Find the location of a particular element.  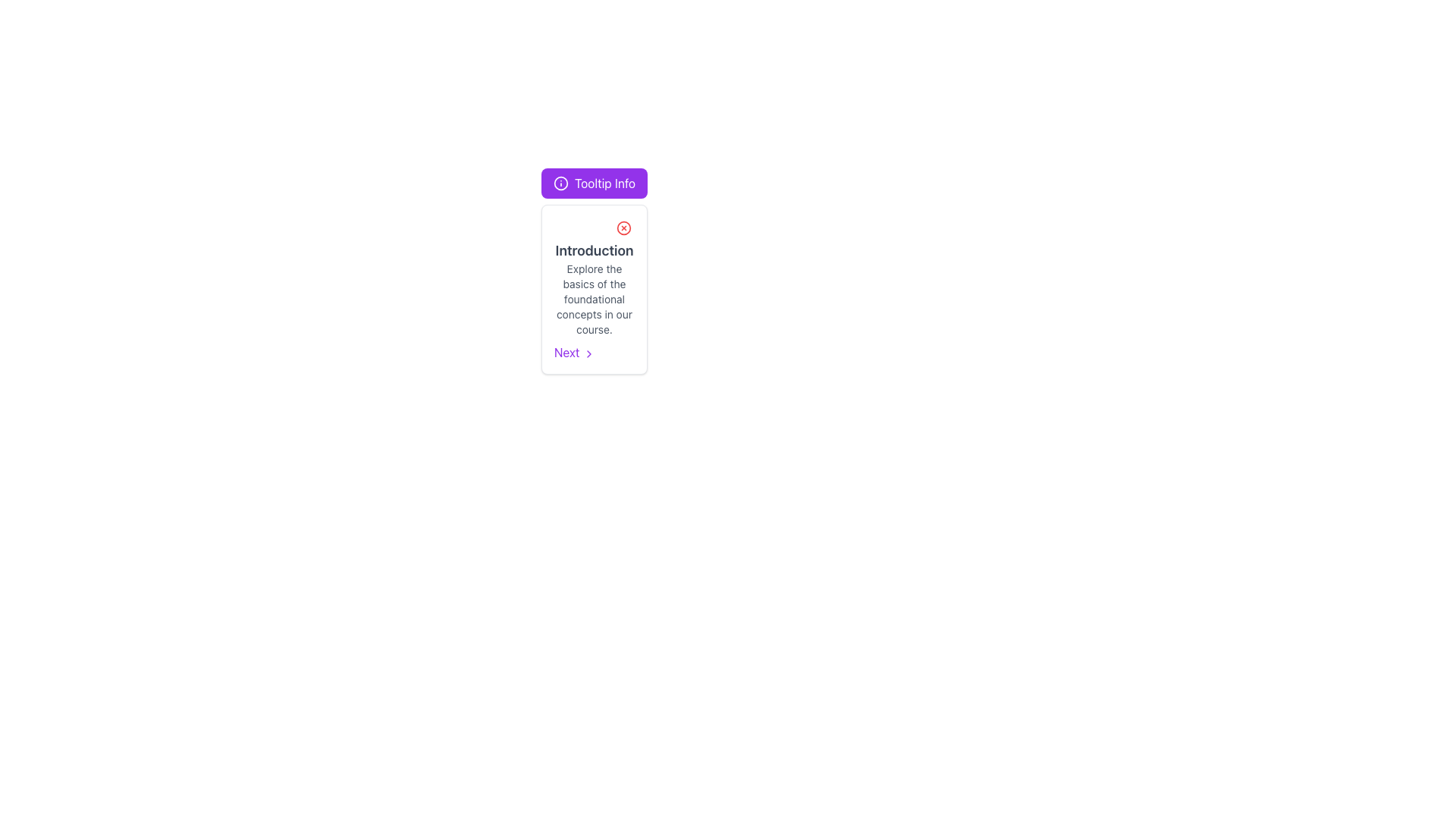

the informational text block located in the tooltip-like component, positioned centrally above the 'Next' button and below the icon-based header is located at coordinates (593, 289).